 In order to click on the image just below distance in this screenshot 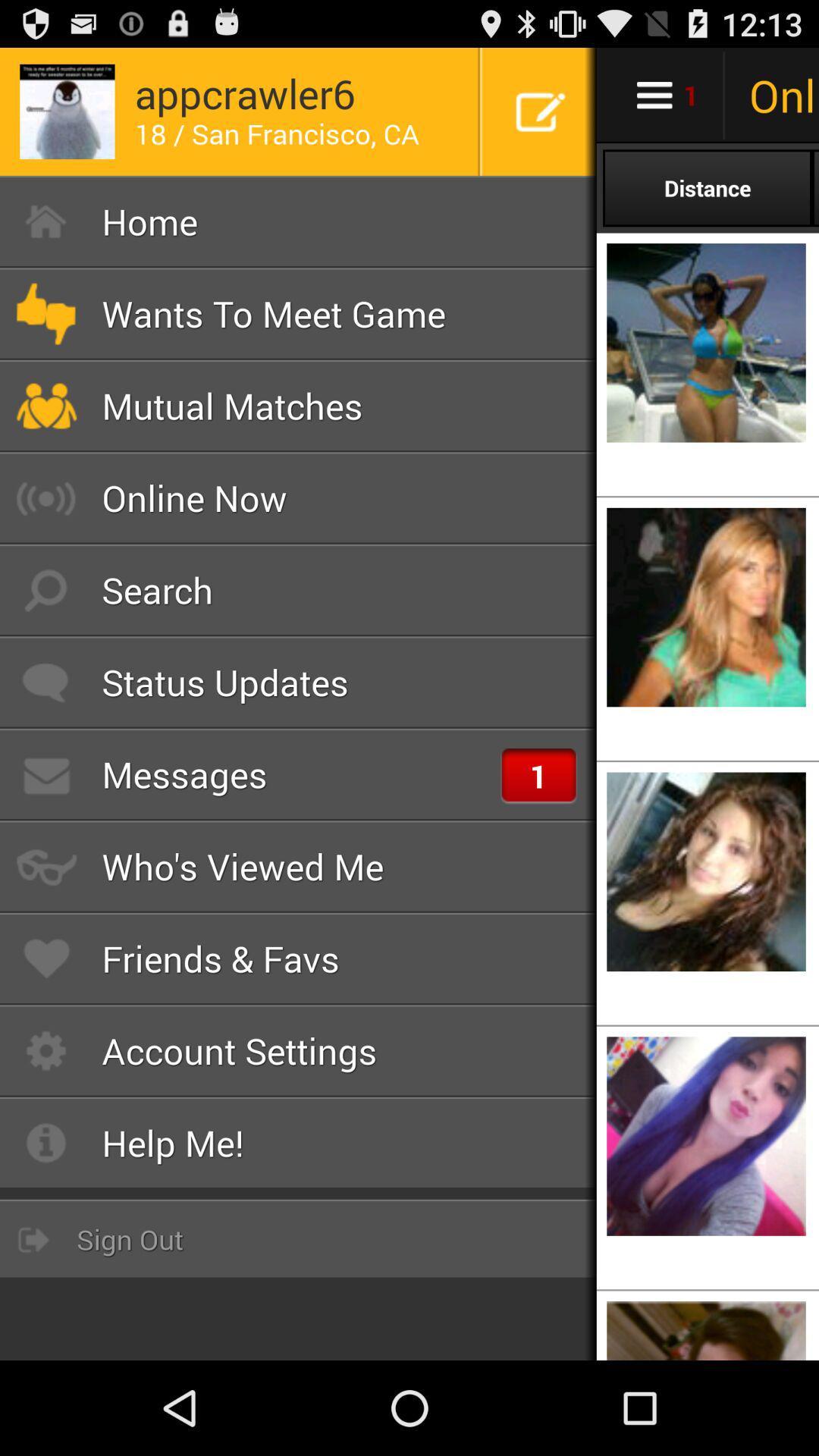, I will do `click(706, 342)`.